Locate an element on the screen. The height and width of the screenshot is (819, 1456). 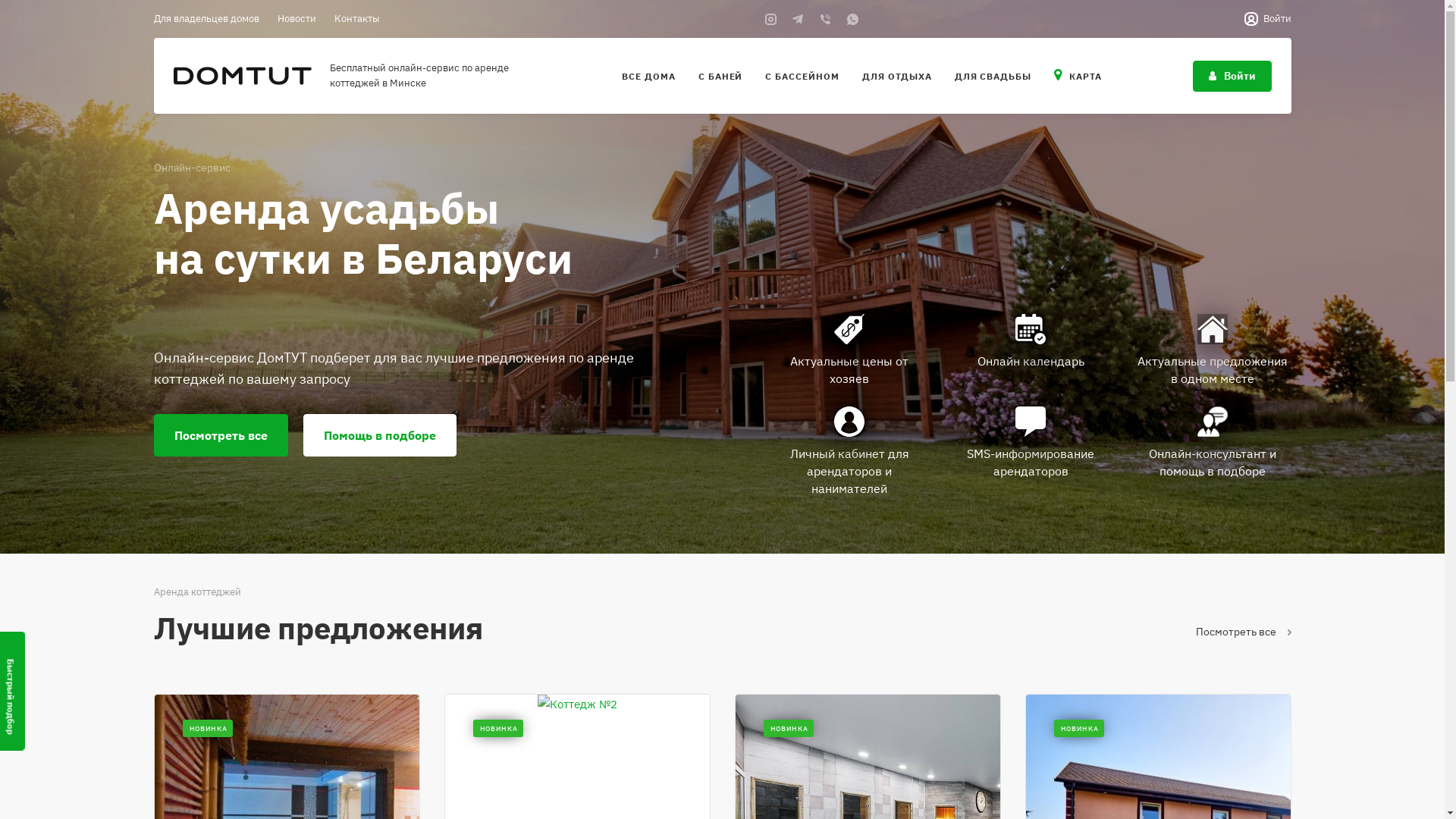
'Instagram' is located at coordinates (770, 18).